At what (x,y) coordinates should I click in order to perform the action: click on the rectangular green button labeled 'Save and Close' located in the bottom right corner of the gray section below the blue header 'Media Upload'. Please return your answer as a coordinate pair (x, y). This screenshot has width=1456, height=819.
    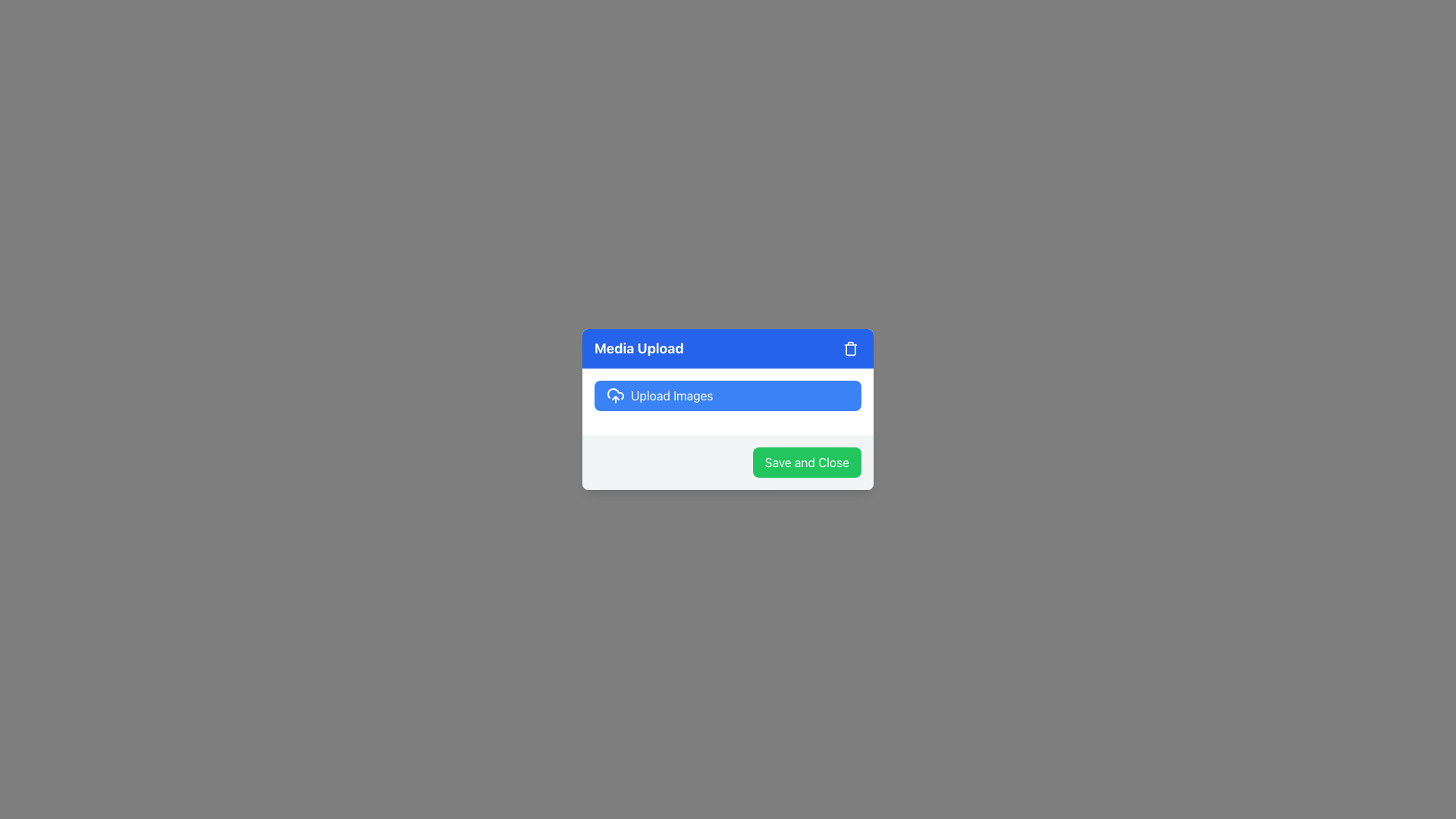
    Looking at the image, I should click on (806, 461).